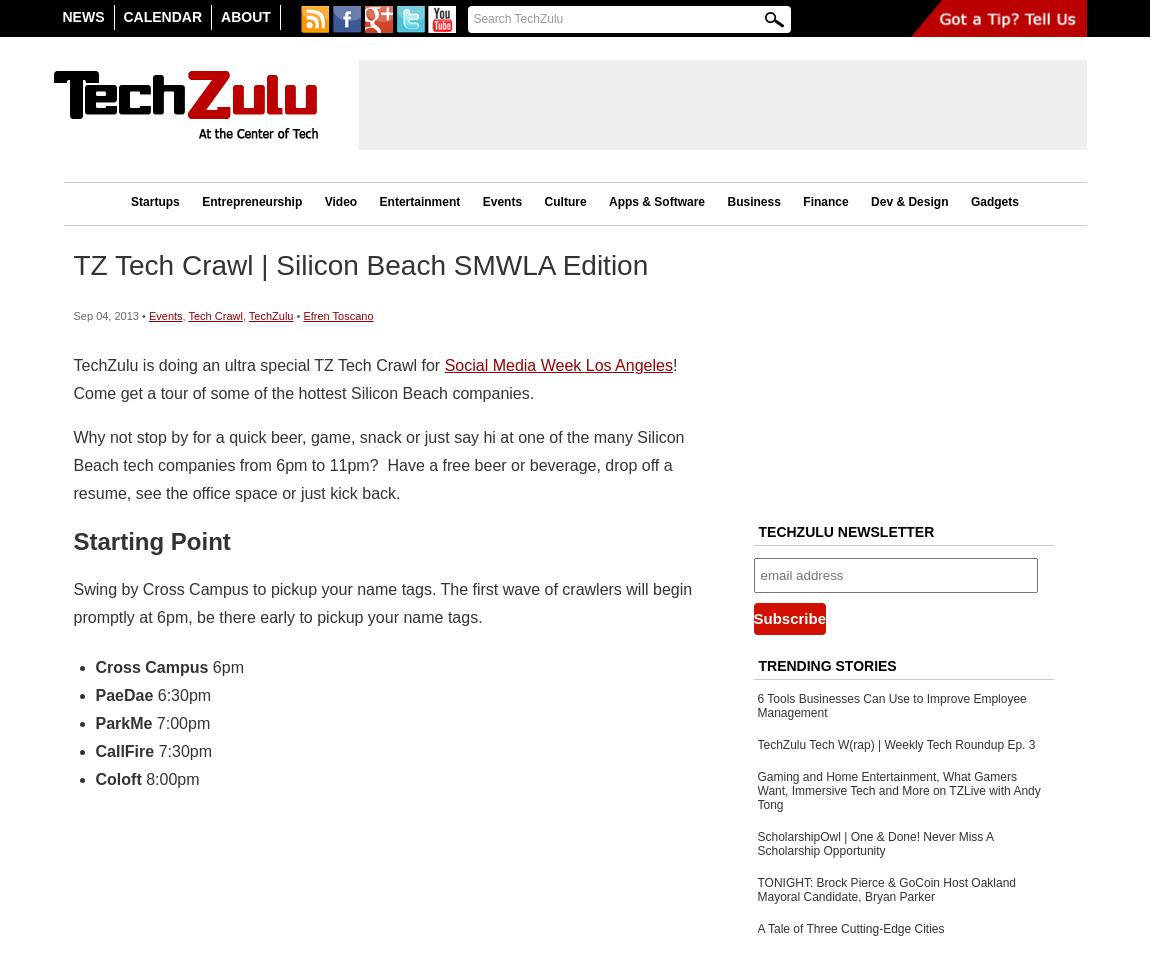 The height and width of the screenshot is (955, 1160). Describe the element at coordinates (224, 665) in the screenshot. I see `'6pm'` at that location.